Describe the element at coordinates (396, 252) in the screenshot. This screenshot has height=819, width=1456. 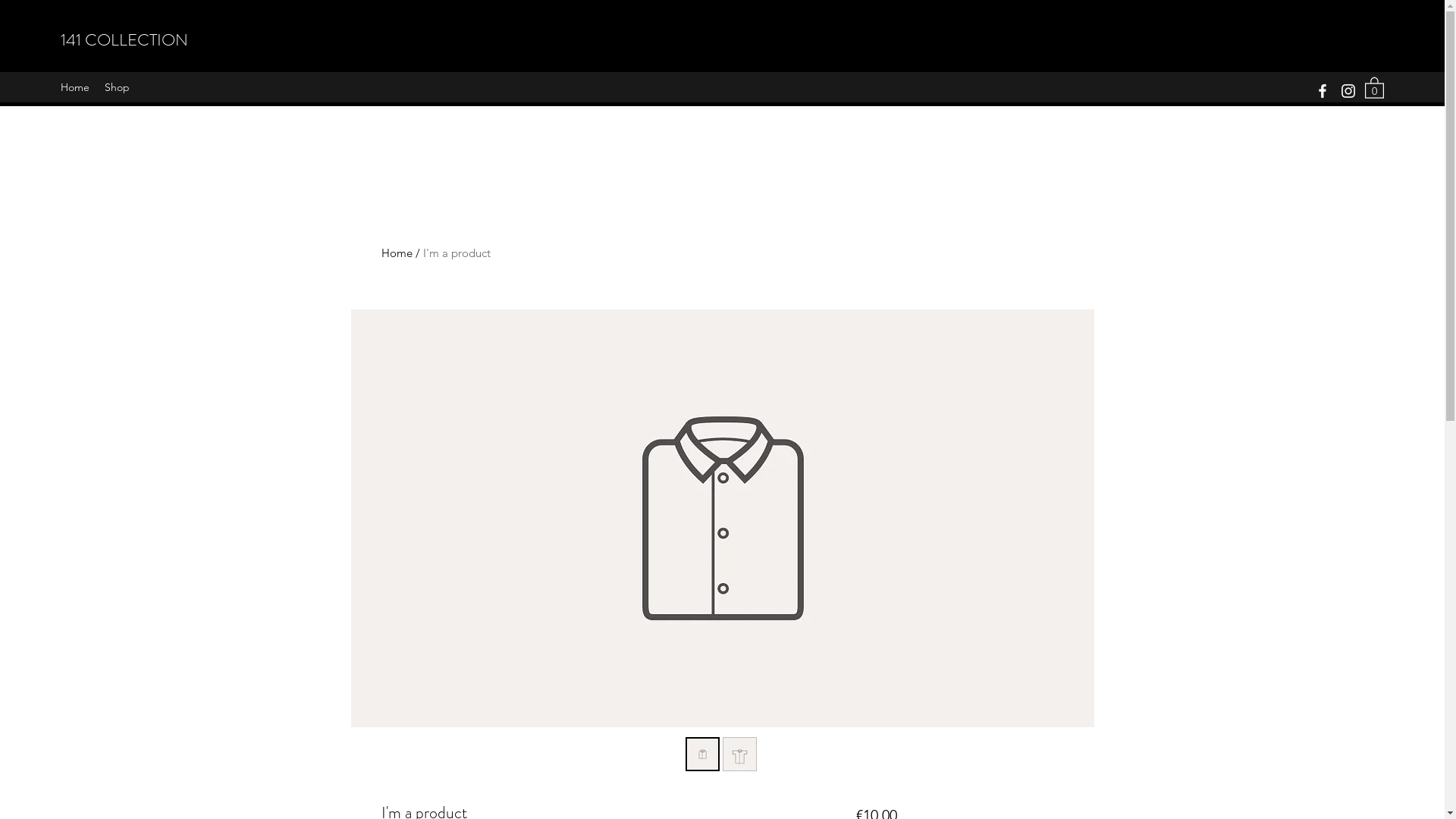
I see `'Home'` at that location.